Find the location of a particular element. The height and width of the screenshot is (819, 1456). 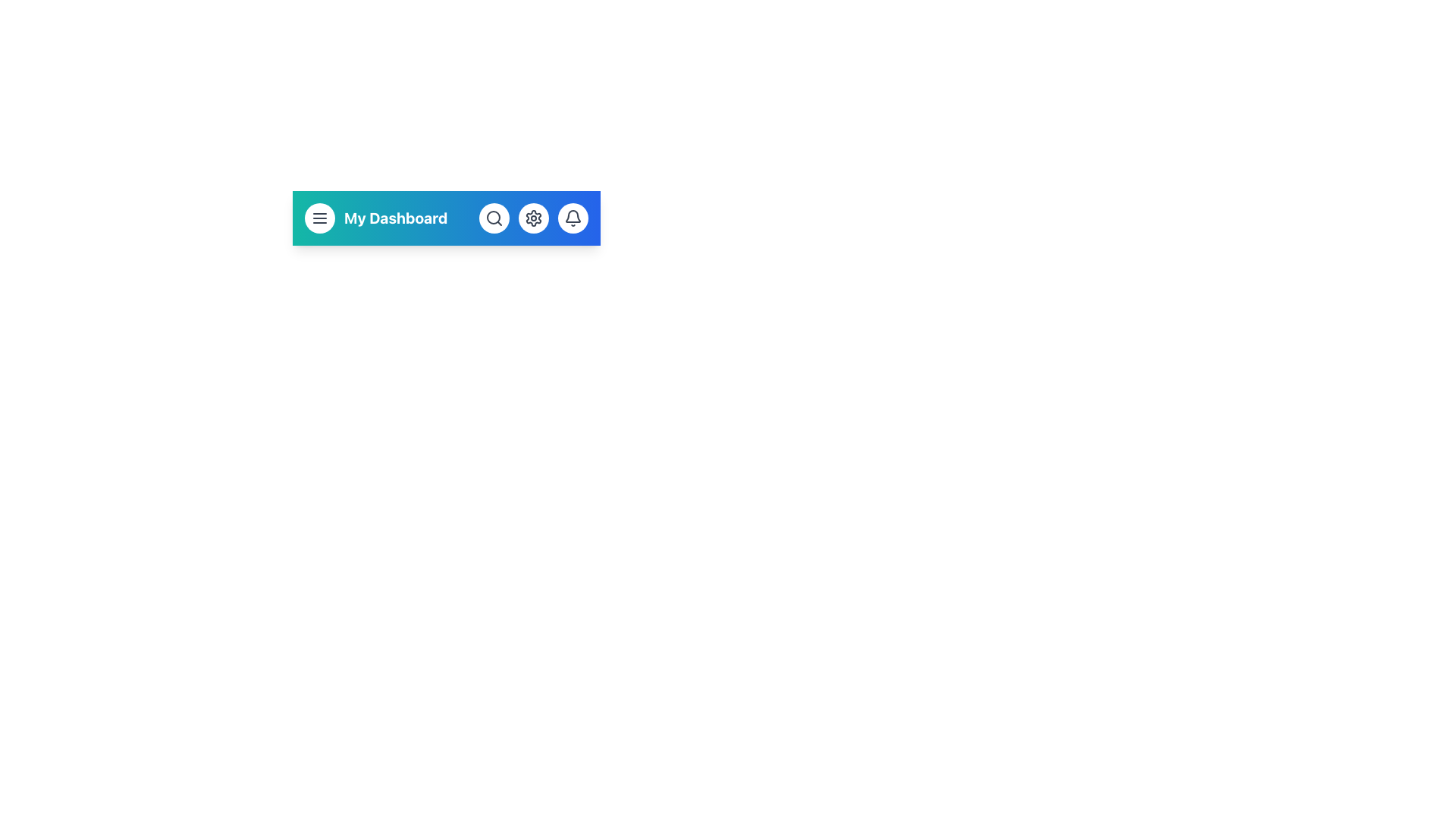

the 'My Dashboard' text label, which is a prominent navigation element displayed in bold white font on a blue gradient background, located within the navigation bar to the right of a menu icon is located at coordinates (396, 218).